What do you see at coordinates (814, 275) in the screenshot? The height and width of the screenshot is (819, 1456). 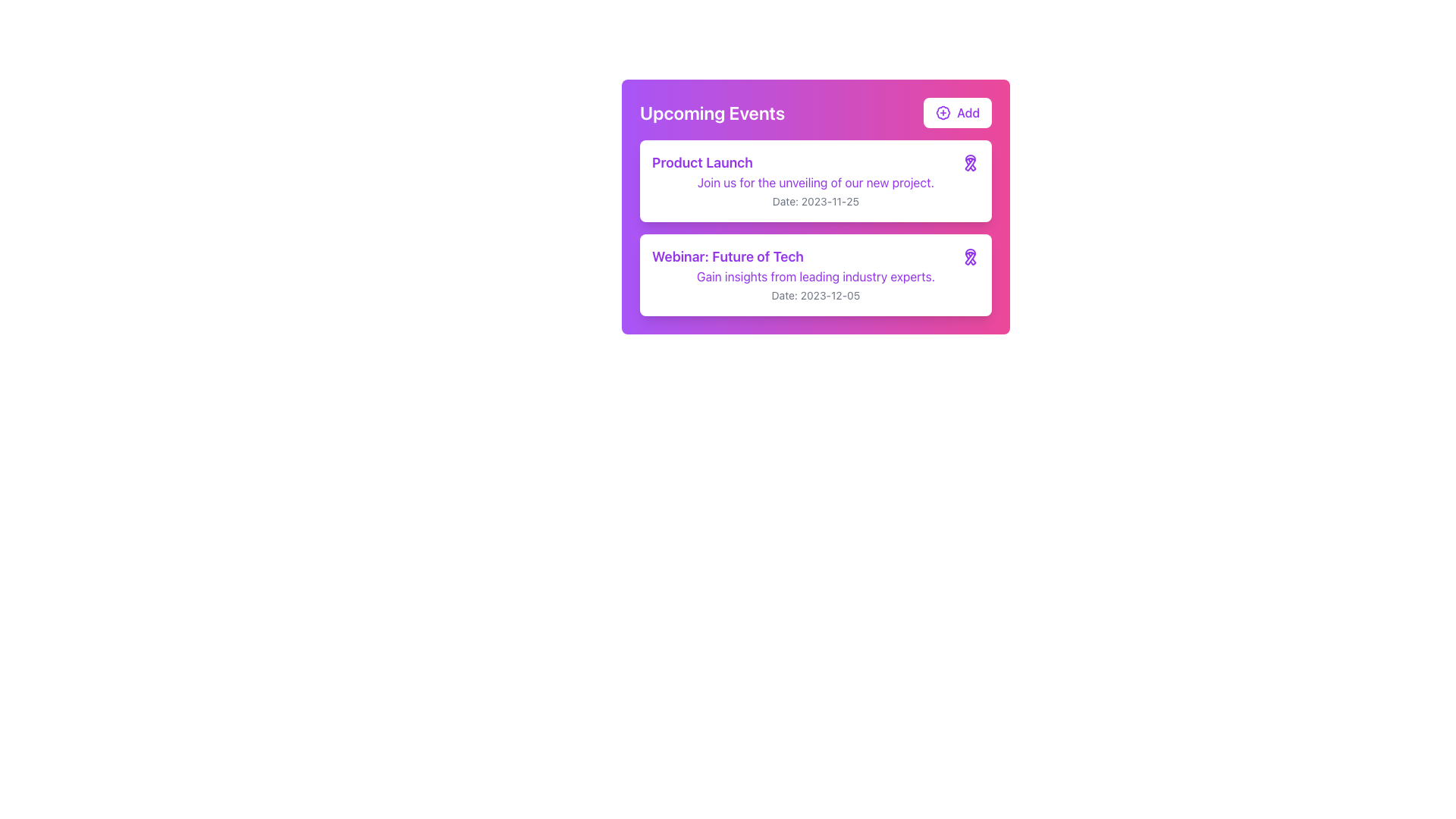 I see `details from the Information Card displaying event details for the 'Future of Tech' webinar, which is the second item in the vertical list under the 'Upcoming Events' card` at bounding box center [814, 275].